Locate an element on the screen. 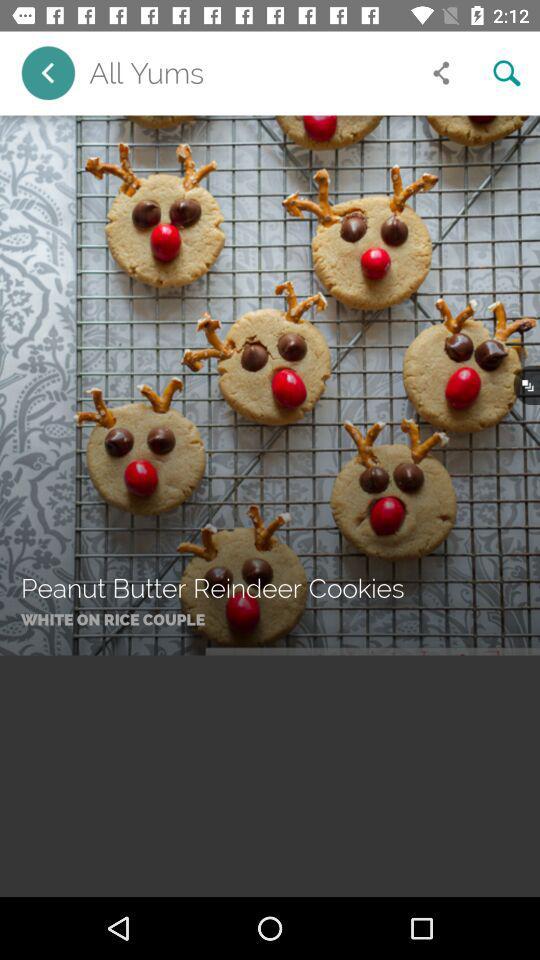  the icon to the right of the all yums item is located at coordinates (441, 73).